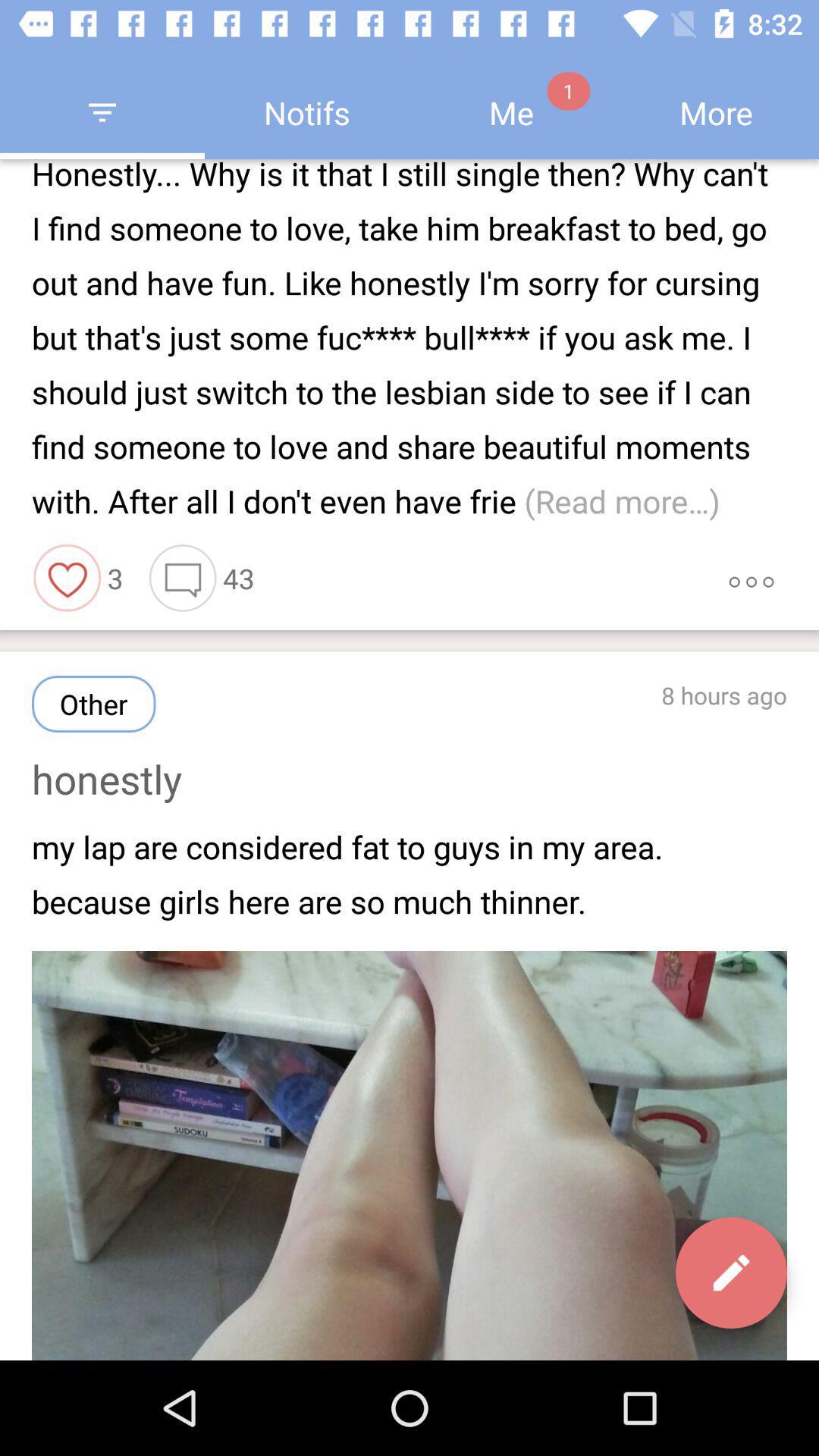  Describe the element at coordinates (67, 577) in the screenshot. I see `icon next to the 3 icon` at that location.